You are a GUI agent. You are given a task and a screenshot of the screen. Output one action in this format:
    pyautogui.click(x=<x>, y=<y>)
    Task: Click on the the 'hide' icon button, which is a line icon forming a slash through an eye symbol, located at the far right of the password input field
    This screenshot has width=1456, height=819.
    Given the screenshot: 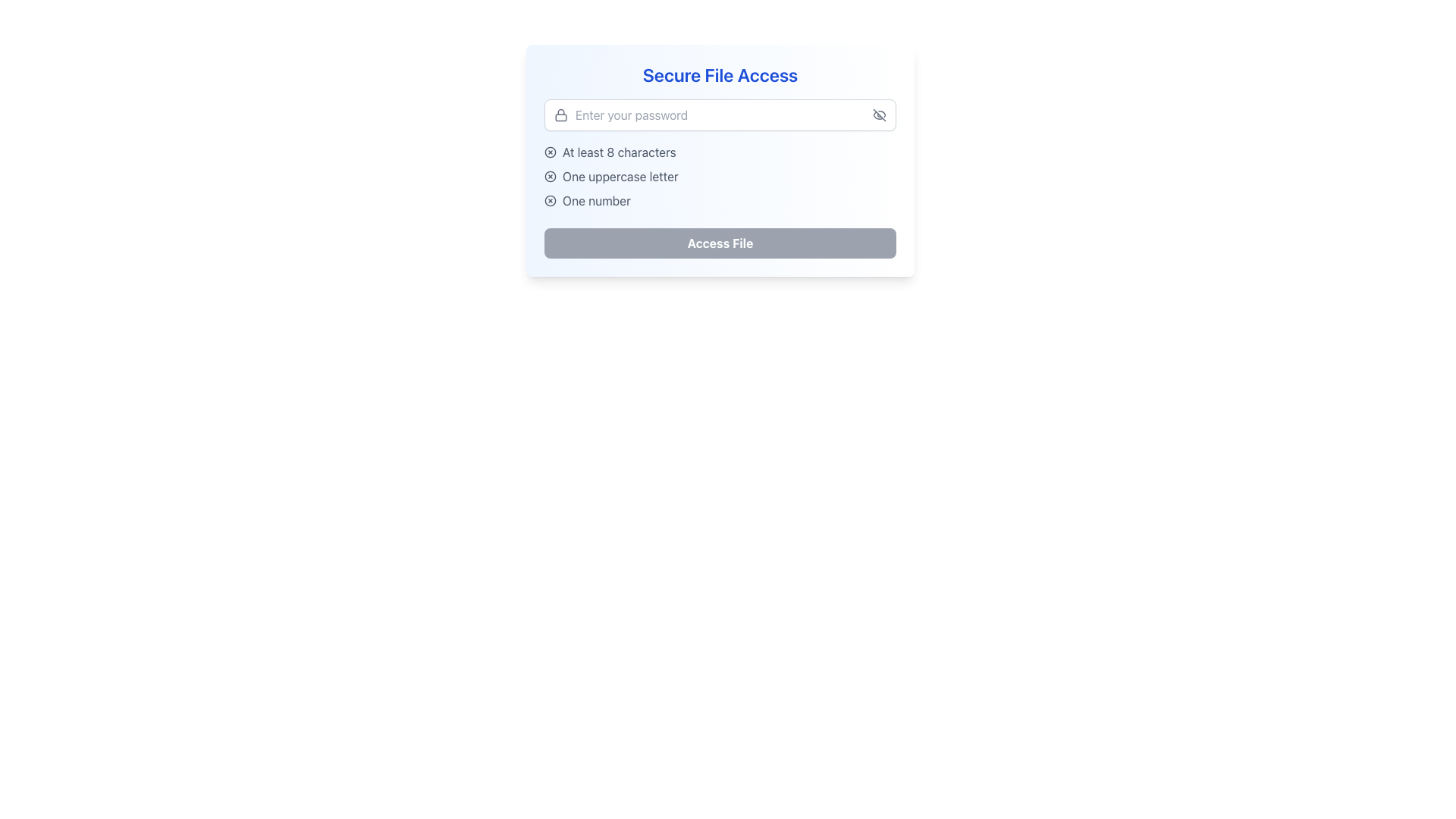 What is the action you would take?
    pyautogui.click(x=880, y=114)
    